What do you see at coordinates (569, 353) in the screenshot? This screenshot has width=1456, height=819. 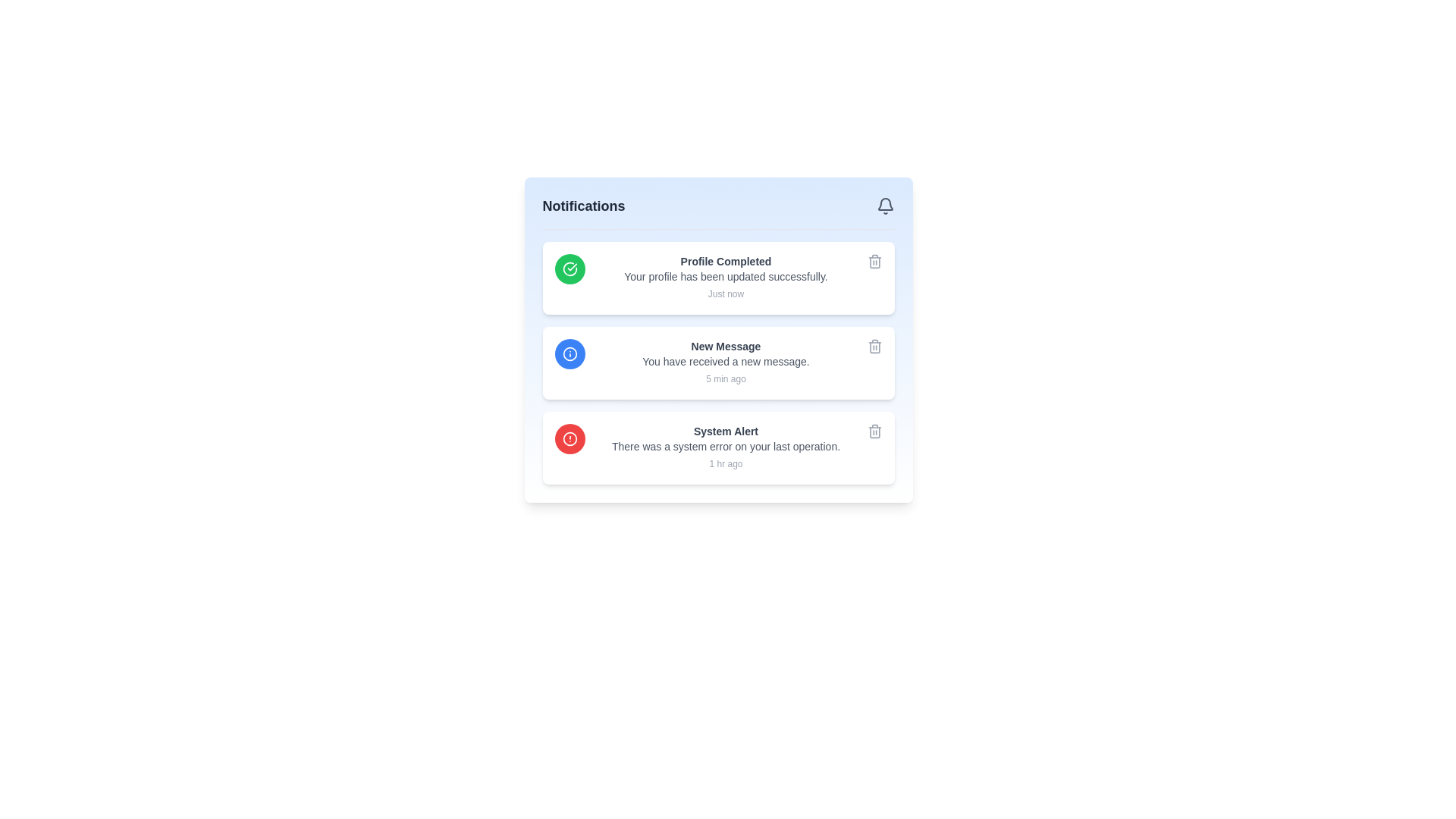 I see `the status icon for the 'New Message' notification located at the far-left side of the notification card, specifically the second item in the list` at bounding box center [569, 353].